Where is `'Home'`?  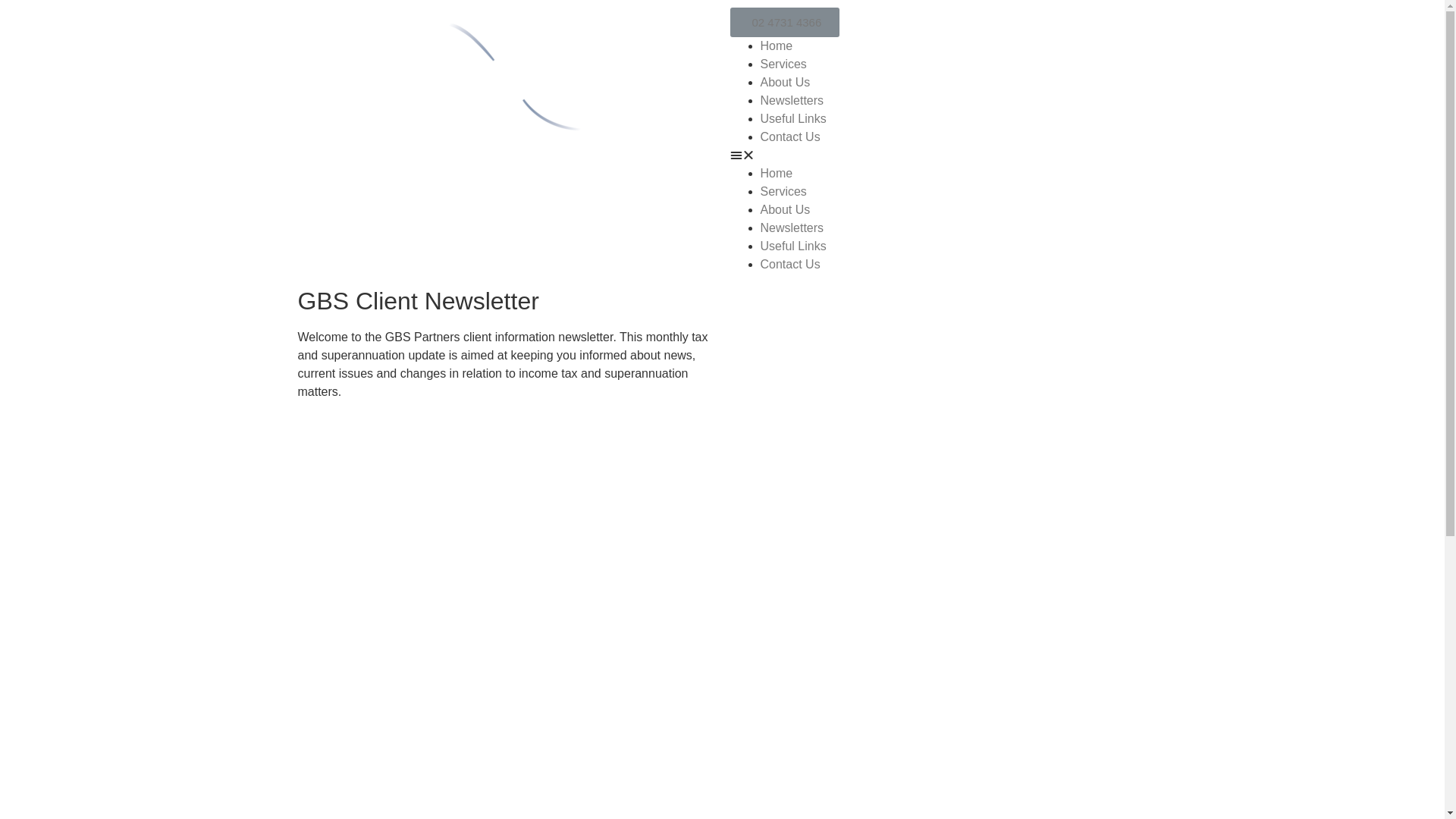
'Home' is located at coordinates (776, 45).